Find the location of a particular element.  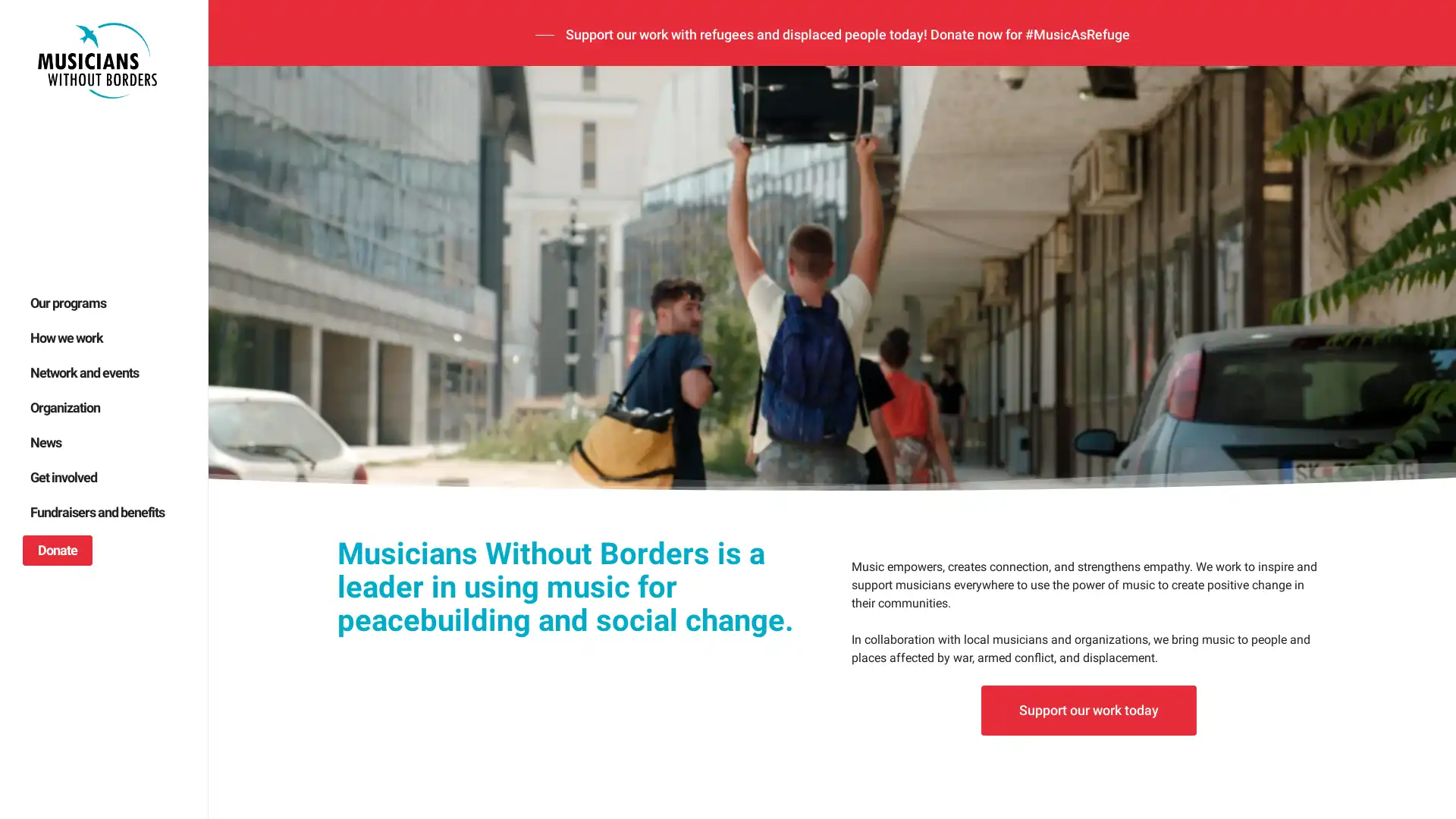

enter full screen is located at coordinates (1371, 601).